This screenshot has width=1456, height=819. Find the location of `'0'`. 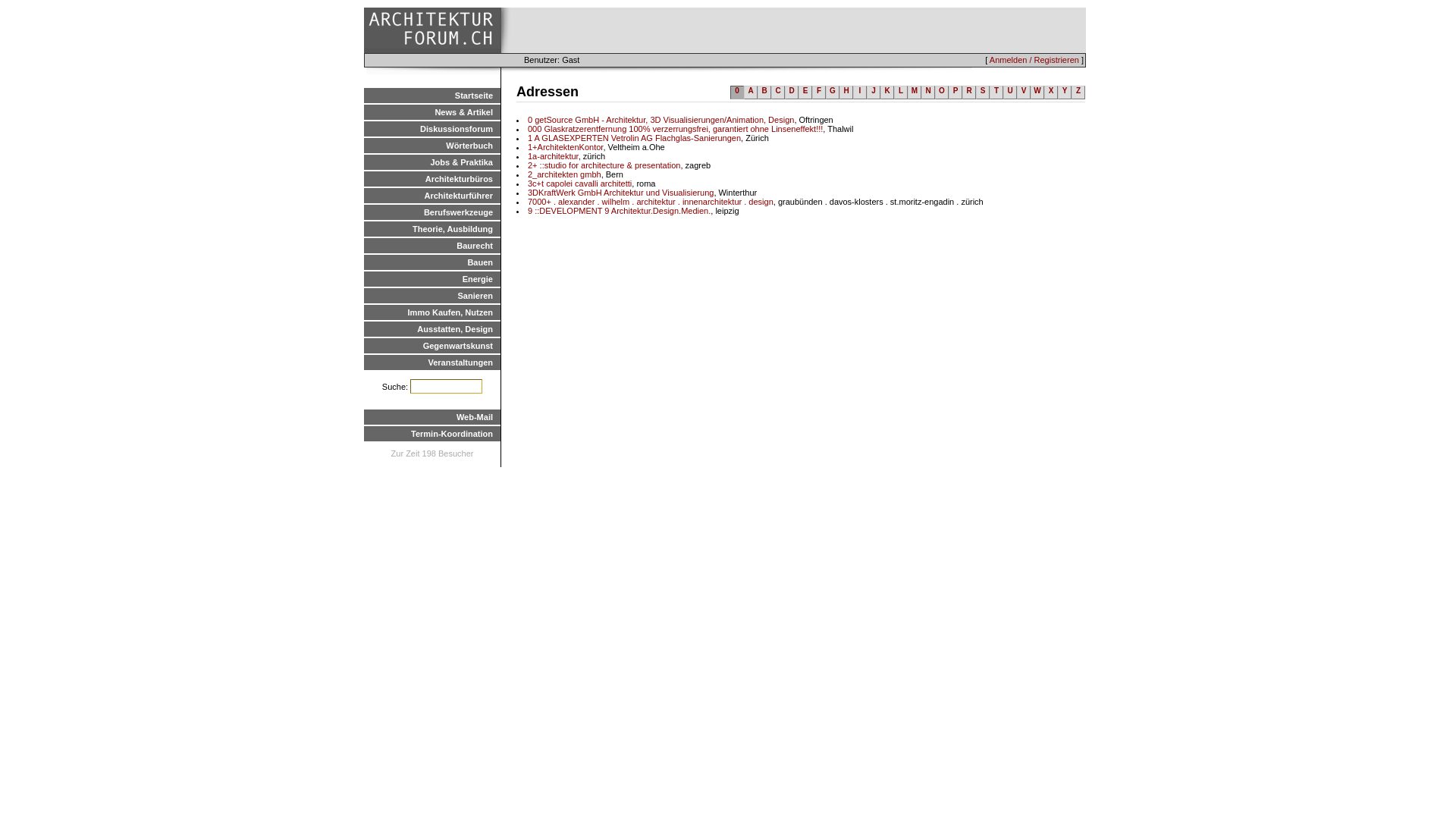

'0' is located at coordinates (737, 93).